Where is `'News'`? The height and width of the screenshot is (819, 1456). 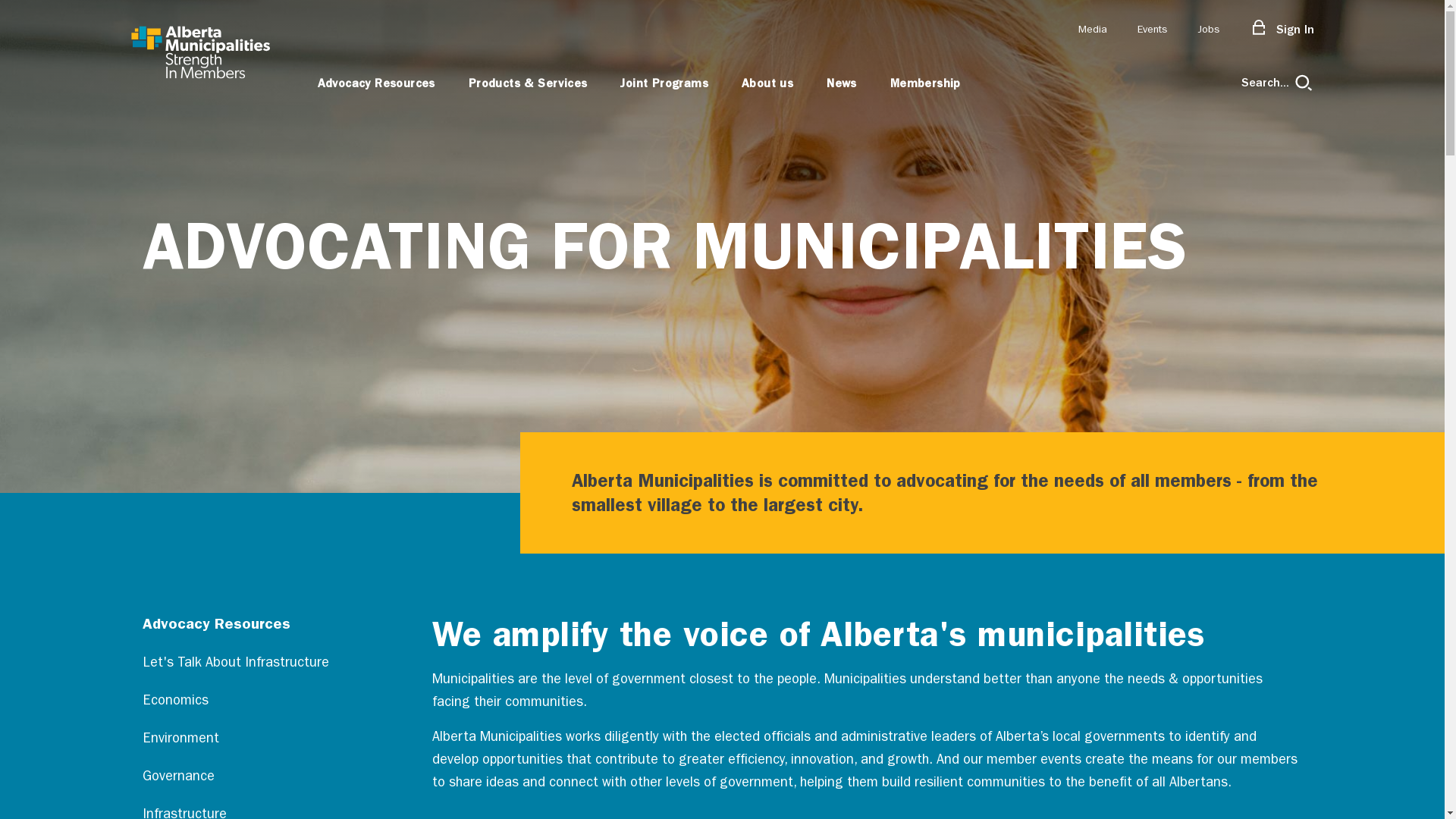 'News' is located at coordinates (840, 82).